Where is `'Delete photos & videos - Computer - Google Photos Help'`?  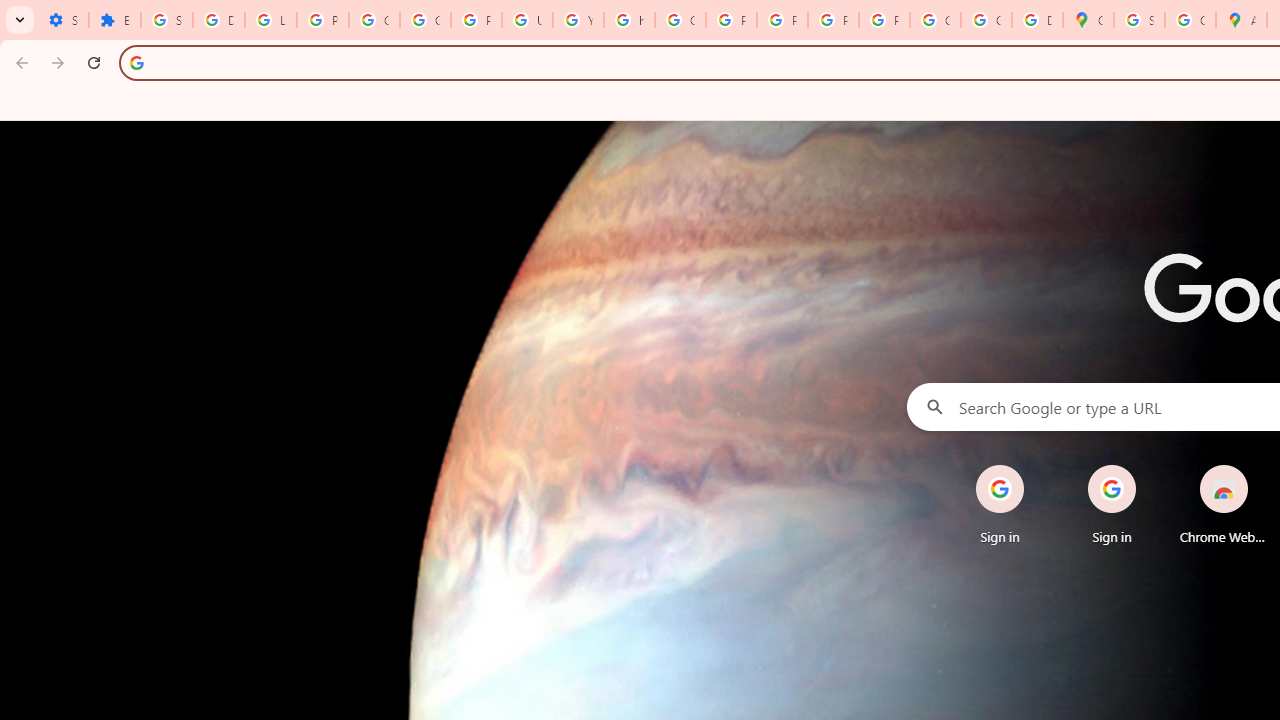 'Delete photos & videos - Computer - Google Photos Help' is located at coordinates (218, 20).